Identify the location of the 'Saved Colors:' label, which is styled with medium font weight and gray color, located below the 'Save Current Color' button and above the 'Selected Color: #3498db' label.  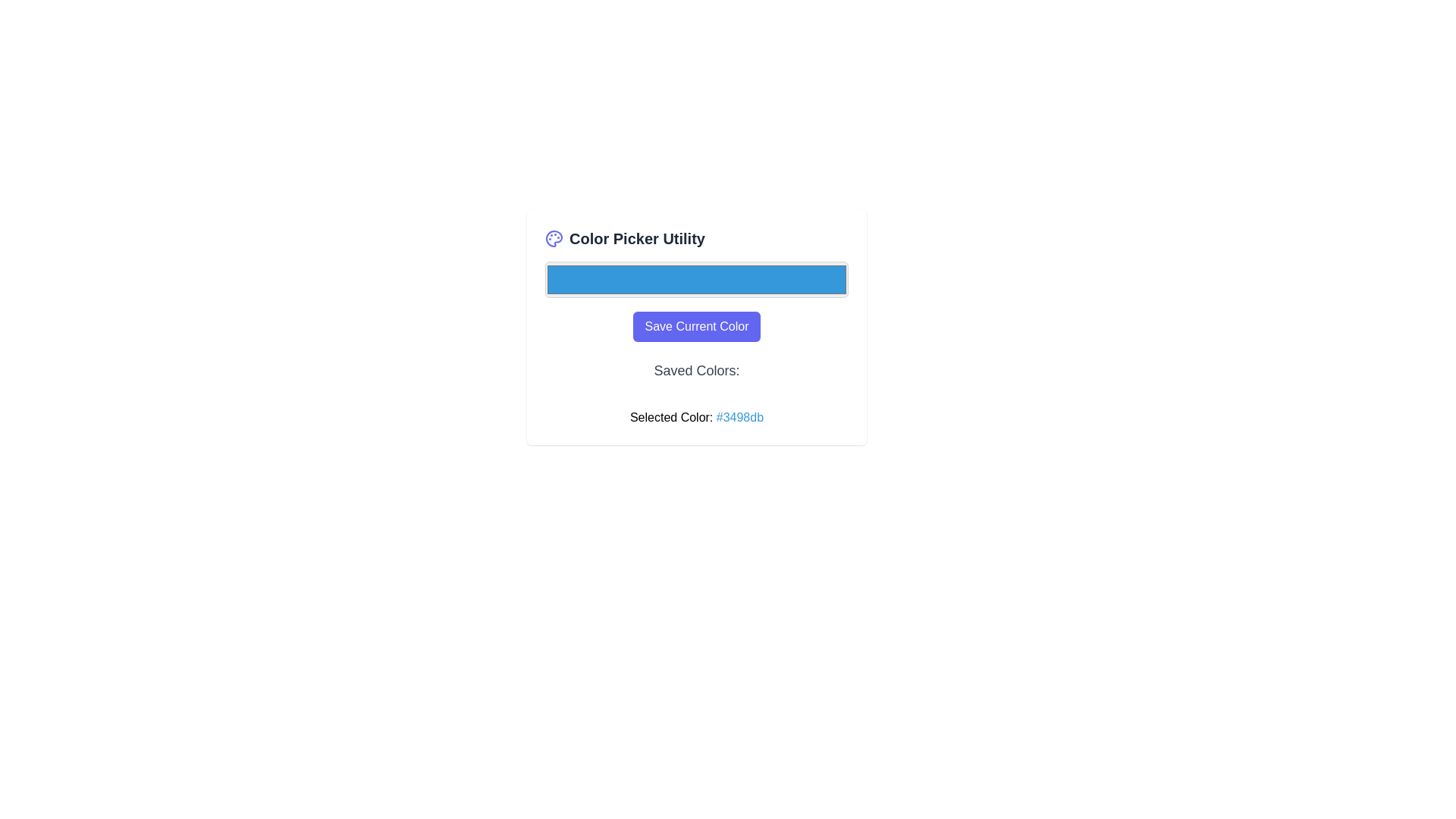
(695, 375).